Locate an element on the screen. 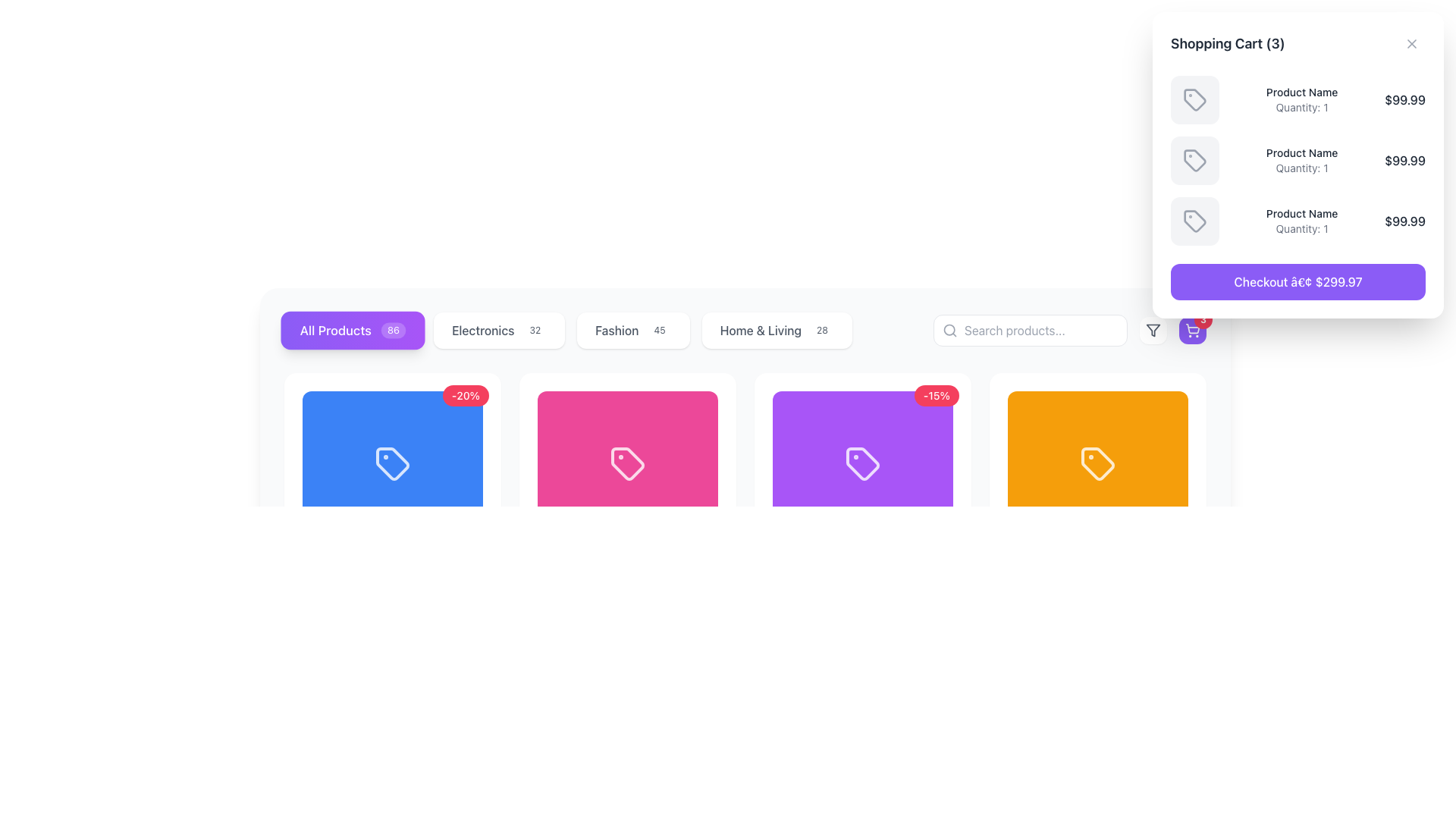 Image resolution: width=1456 pixels, height=819 pixels. the numerical indicator Badge located on the far-right side of the 'Fashion' button in the navigation menu is located at coordinates (659, 329).